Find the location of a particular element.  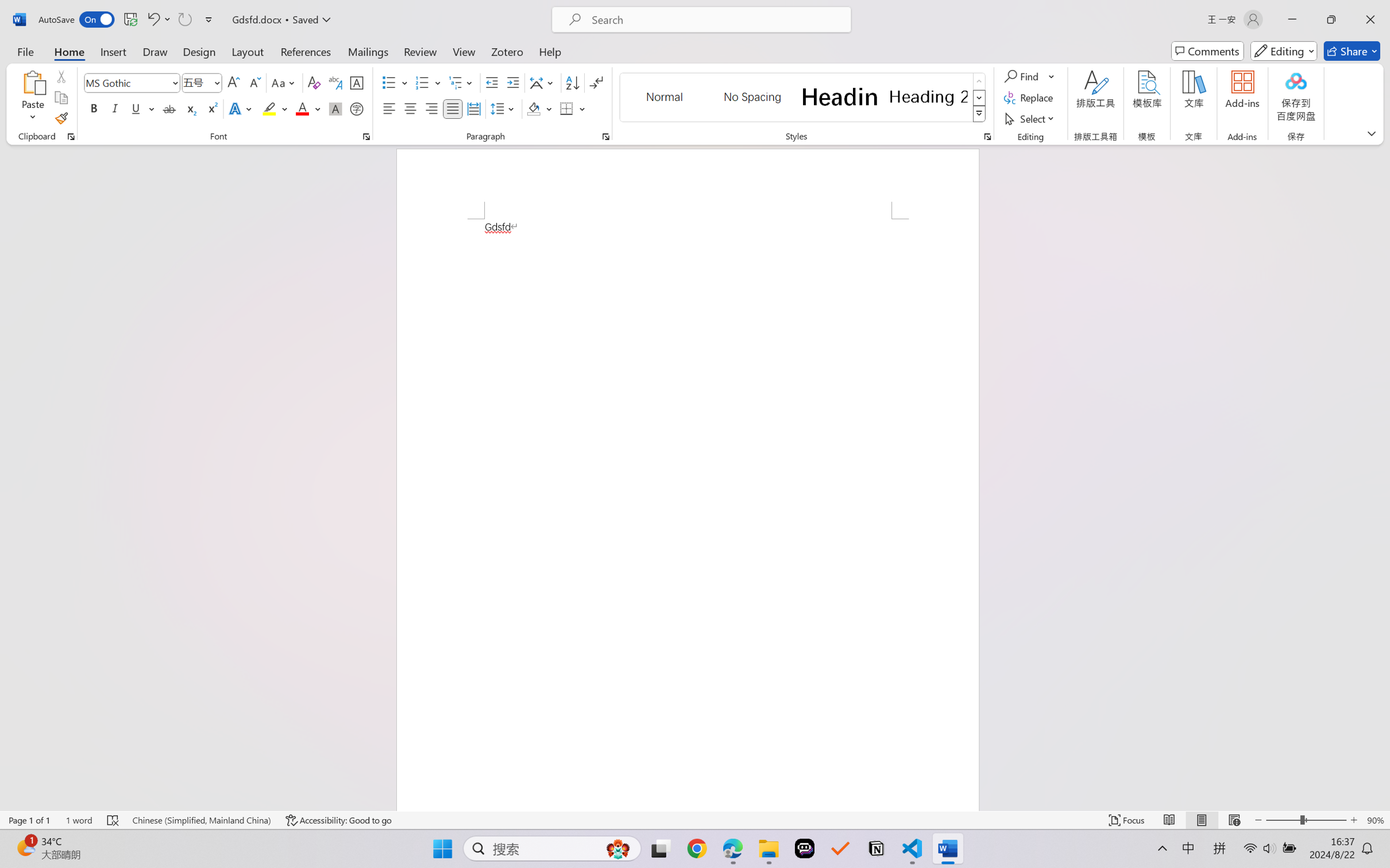

'Can' is located at coordinates (184, 19).